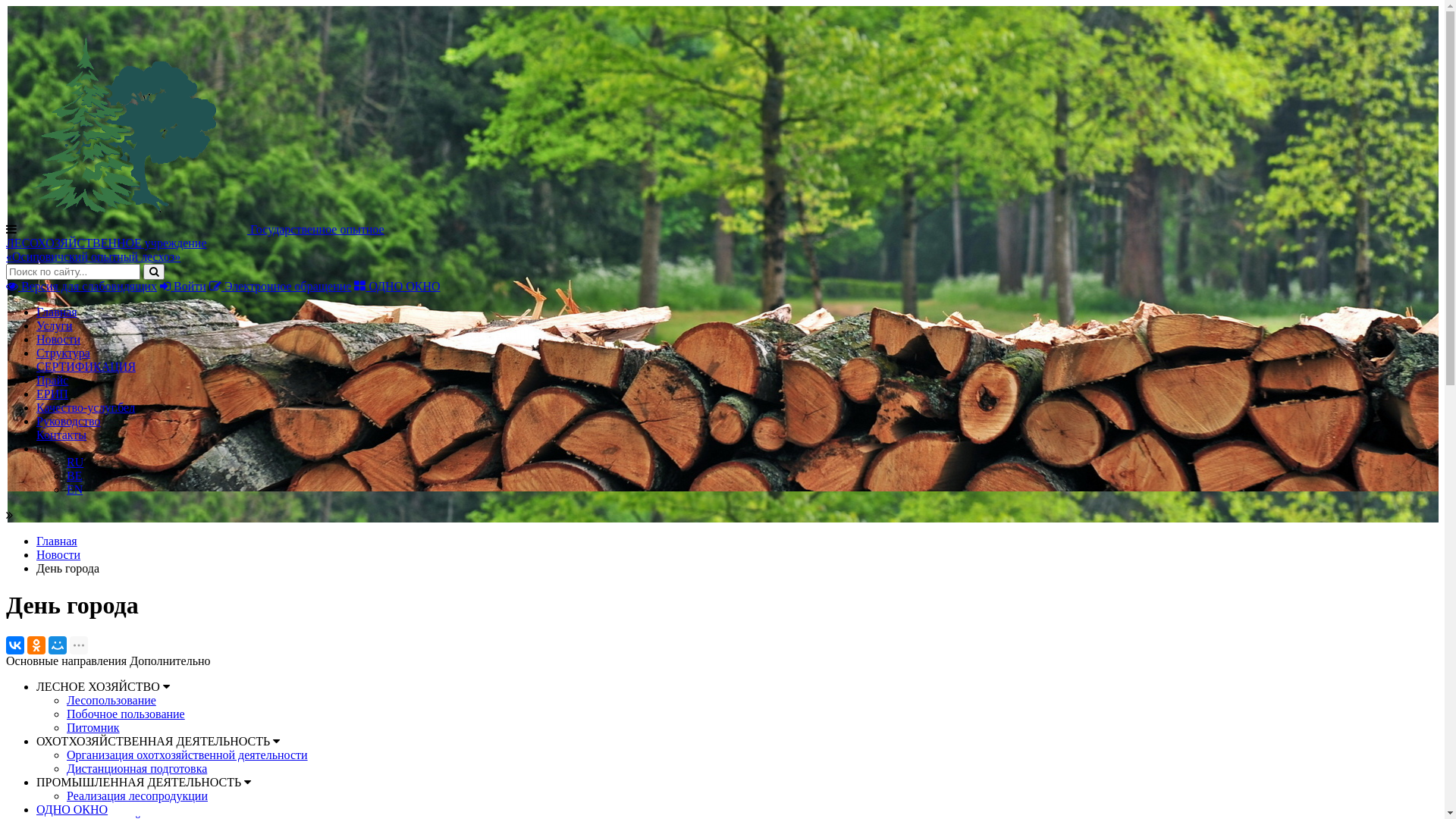  Describe the element at coordinates (36, 447) in the screenshot. I see `'ru'` at that location.